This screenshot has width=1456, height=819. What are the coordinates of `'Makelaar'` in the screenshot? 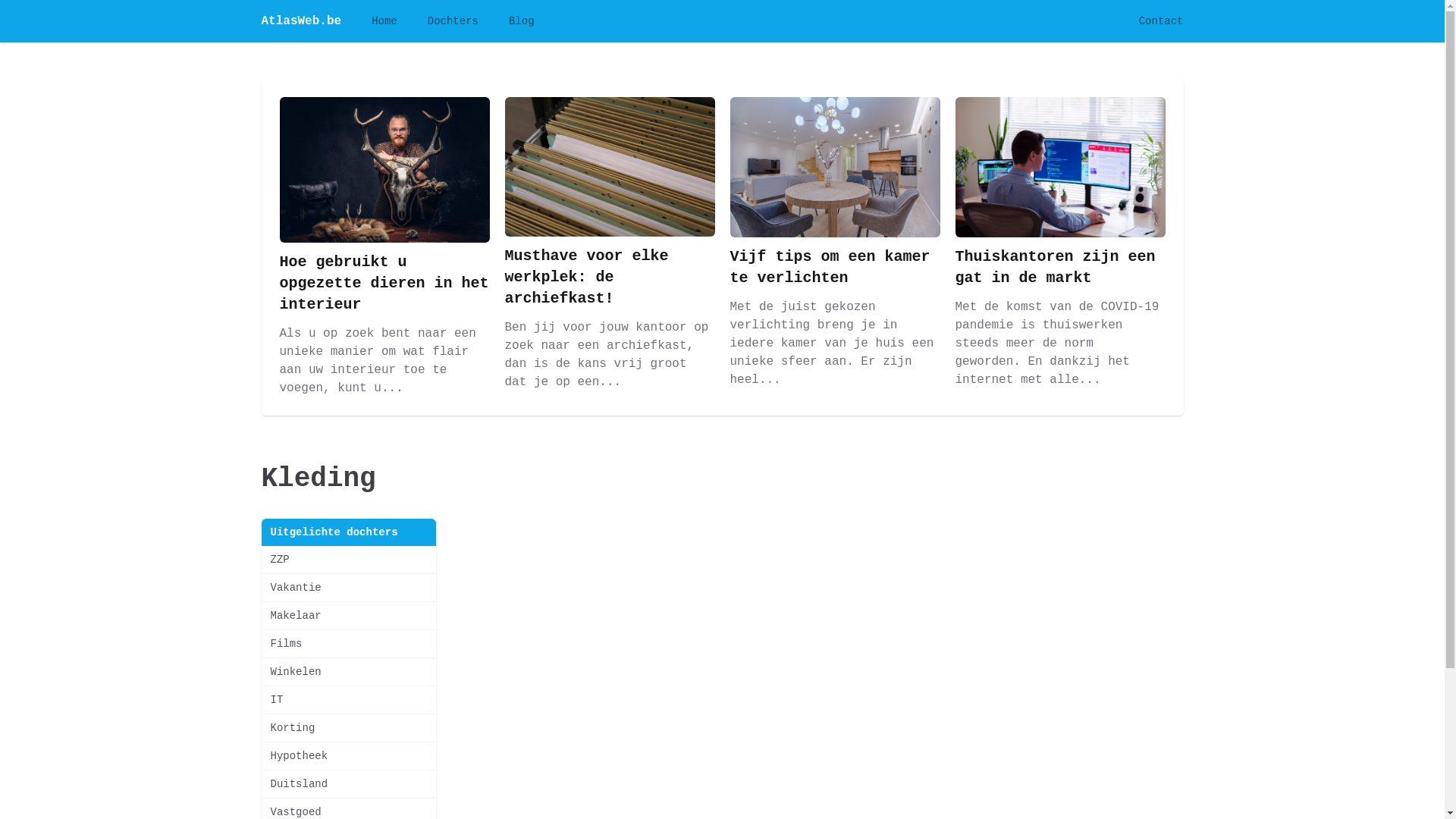 It's located at (347, 616).